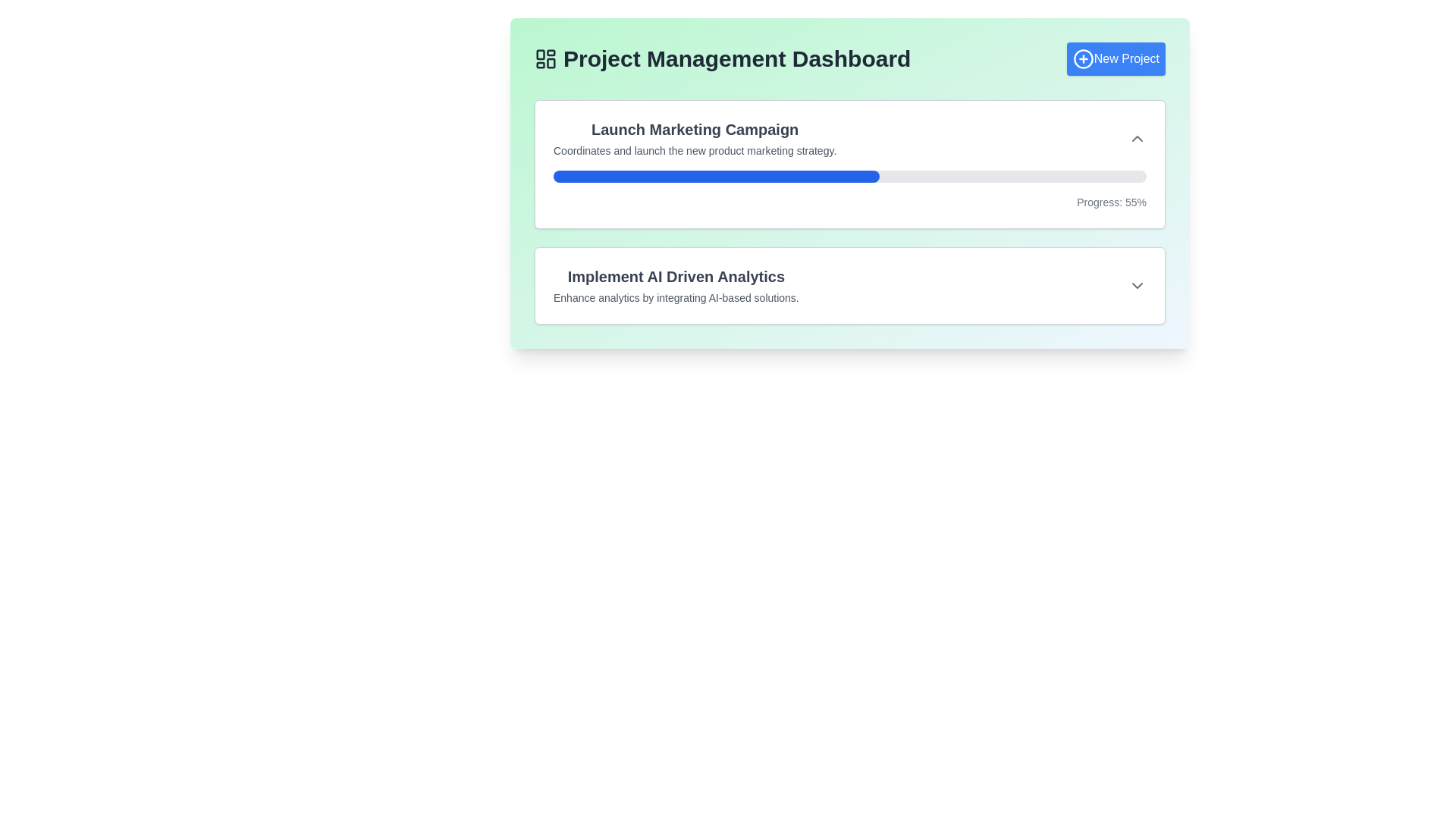  What do you see at coordinates (558, 175) in the screenshot?
I see `progress` at bounding box center [558, 175].